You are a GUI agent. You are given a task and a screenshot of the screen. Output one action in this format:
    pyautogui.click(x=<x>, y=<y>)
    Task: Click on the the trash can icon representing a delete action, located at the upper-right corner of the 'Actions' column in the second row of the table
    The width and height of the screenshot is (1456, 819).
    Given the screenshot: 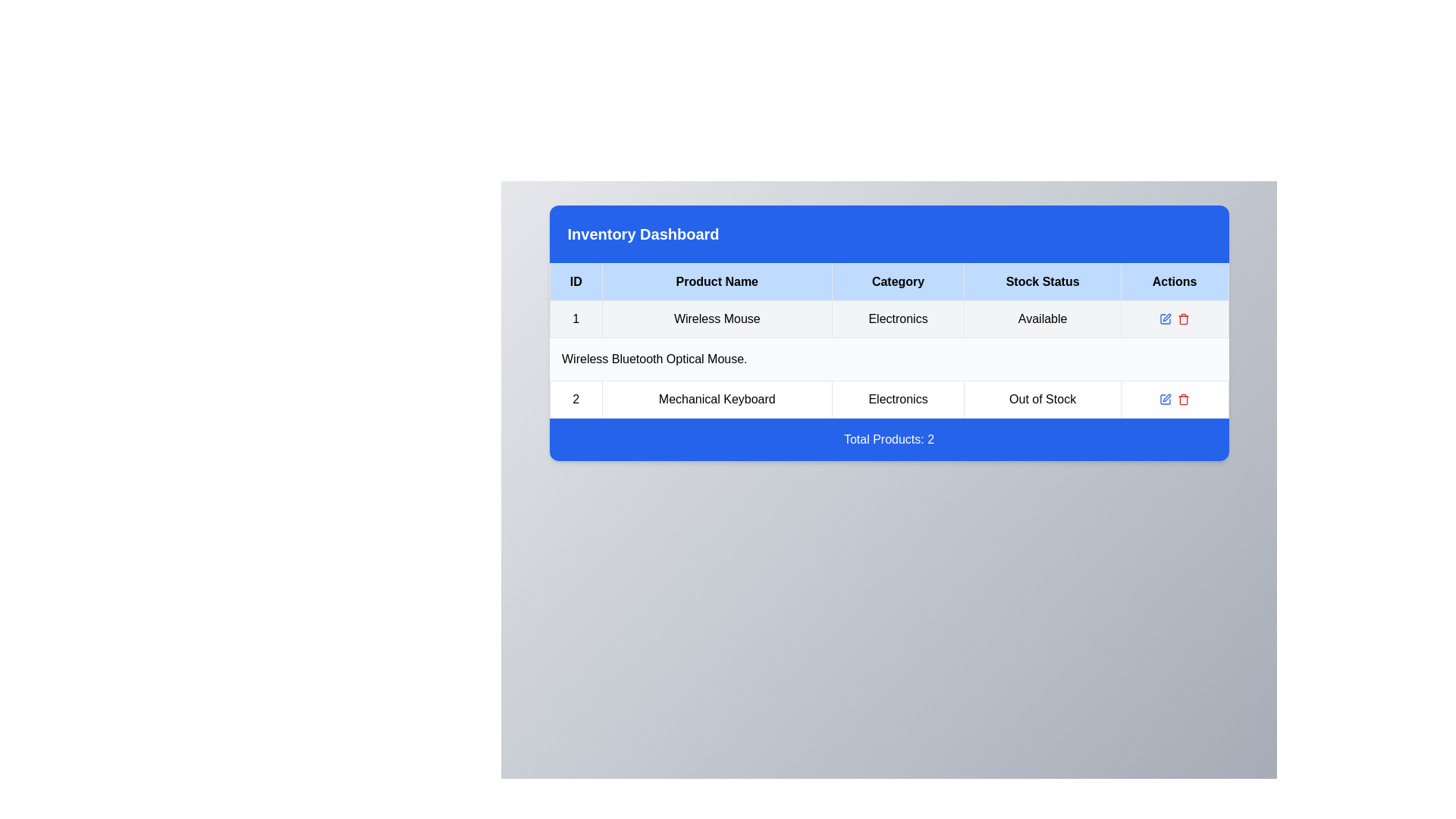 What is the action you would take?
    pyautogui.click(x=1183, y=400)
    